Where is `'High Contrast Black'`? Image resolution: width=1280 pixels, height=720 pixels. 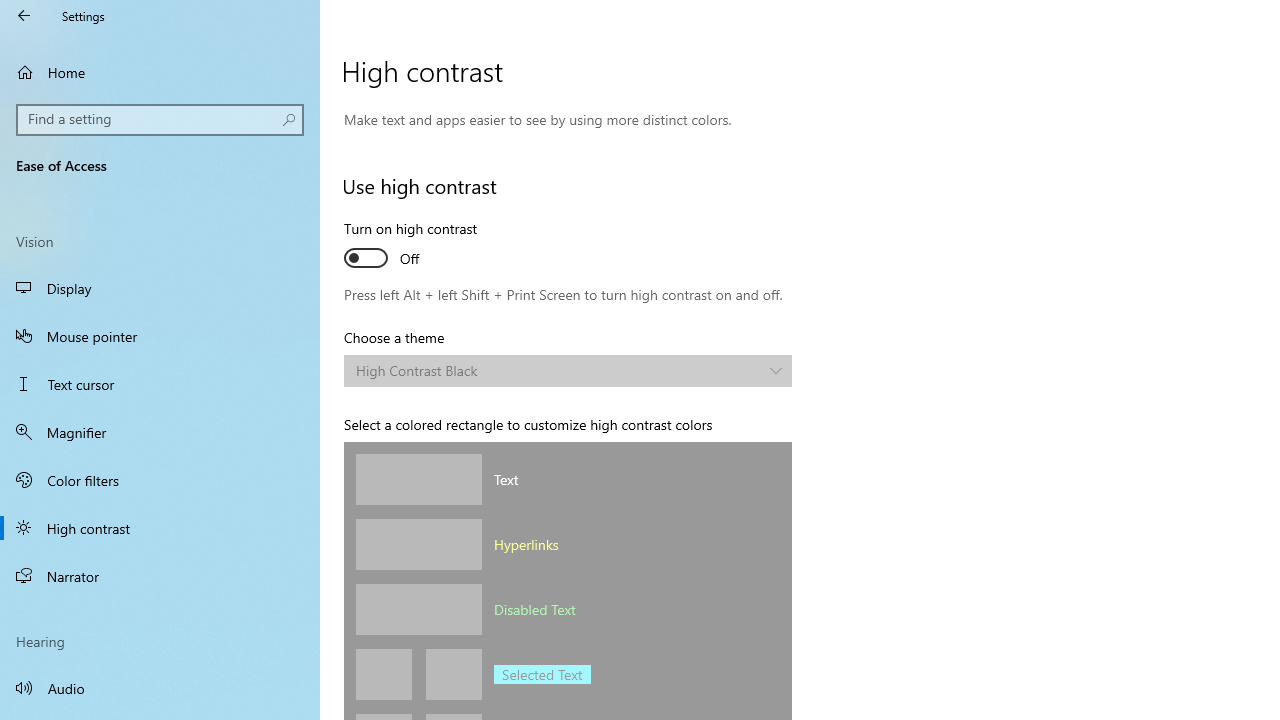 'High Contrast Black' is located at coordinates (558, 370).